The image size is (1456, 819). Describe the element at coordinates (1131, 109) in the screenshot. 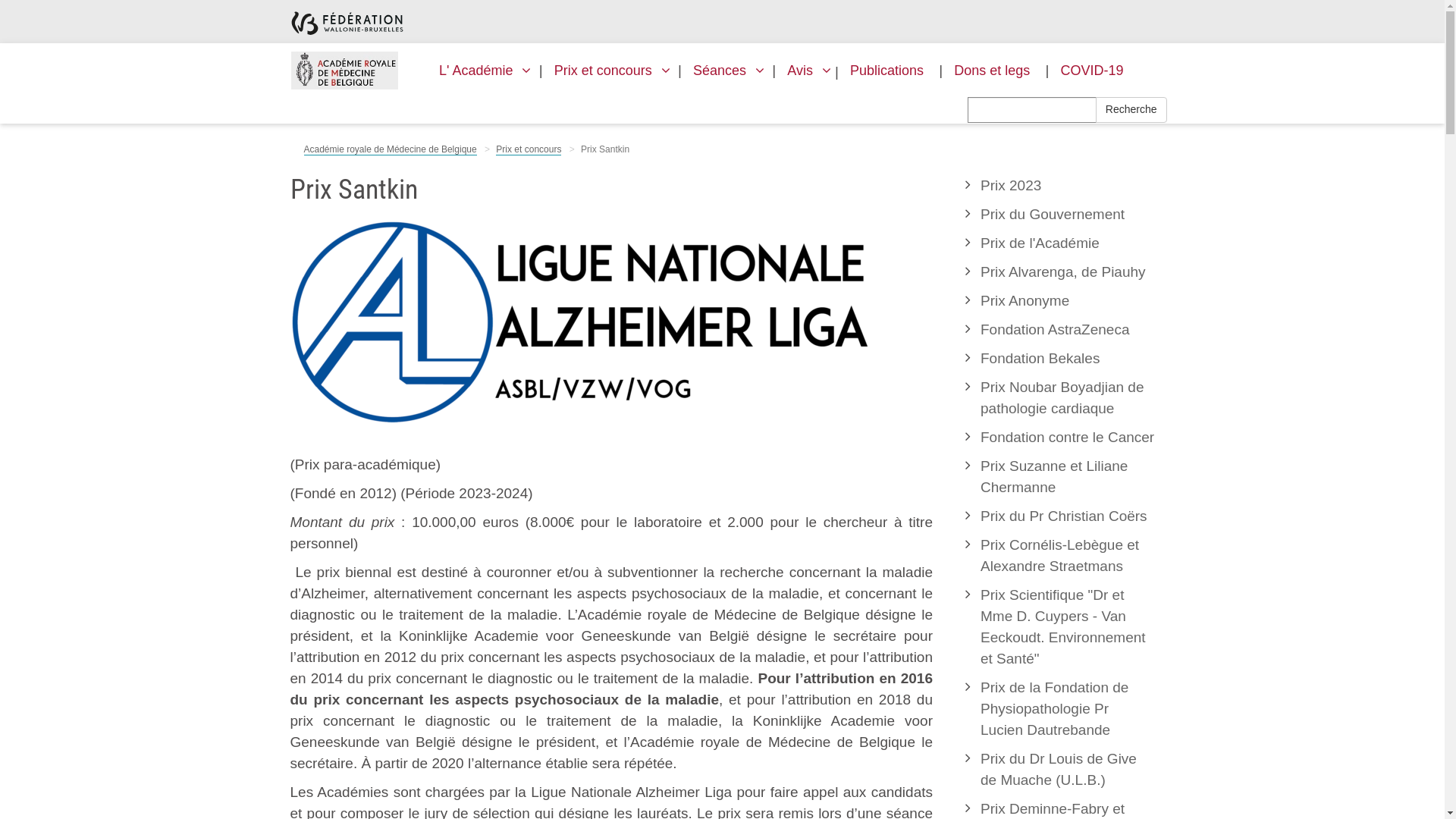

I see `'Recherche'` at that location.